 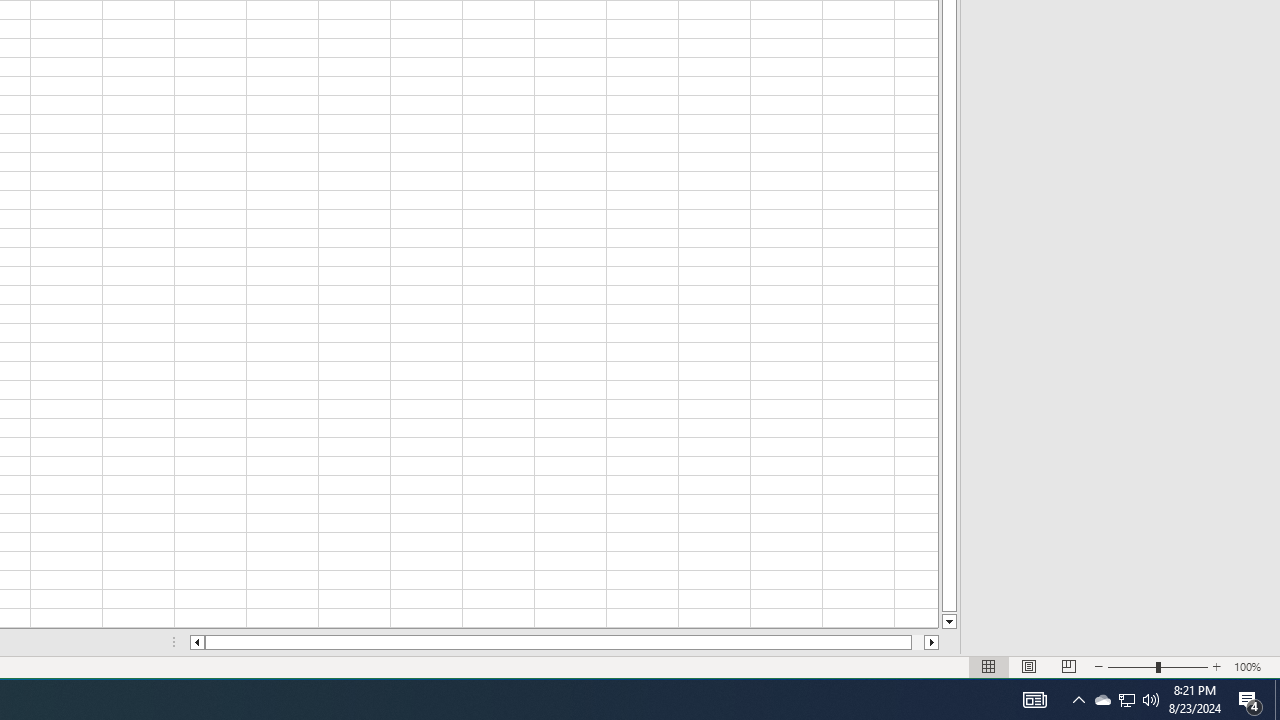 What do you see at coordinates (1078, 698) in the screenshot?
I see `'Notification Chevron'` at bounding box center [1078, 698].